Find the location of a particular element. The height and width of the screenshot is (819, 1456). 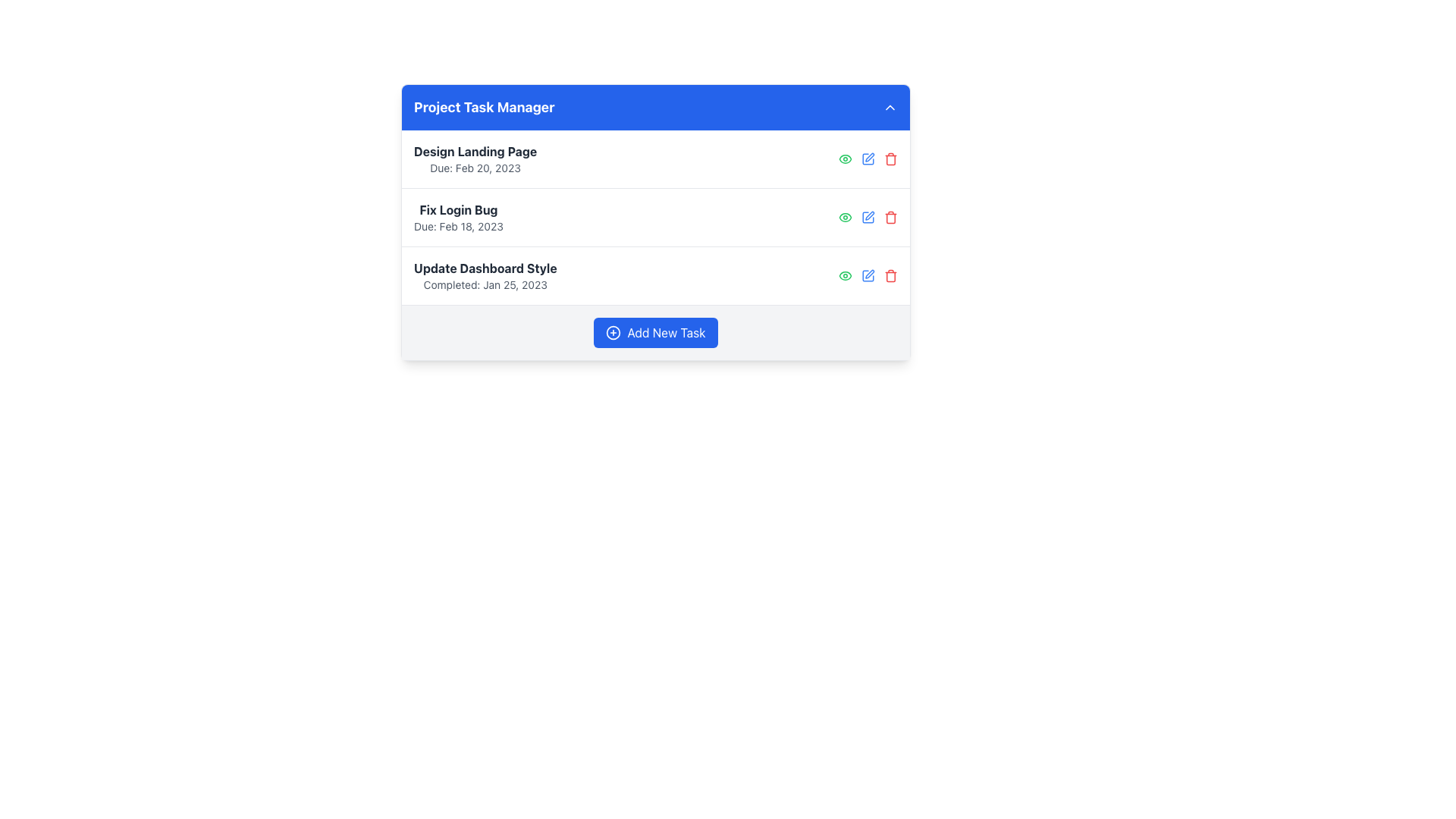

the plus icon within the blue button labeled 'Add New Task', which is styled in a line drawing format and enclosed in a circular boundary is located at coordinates (613, 332).